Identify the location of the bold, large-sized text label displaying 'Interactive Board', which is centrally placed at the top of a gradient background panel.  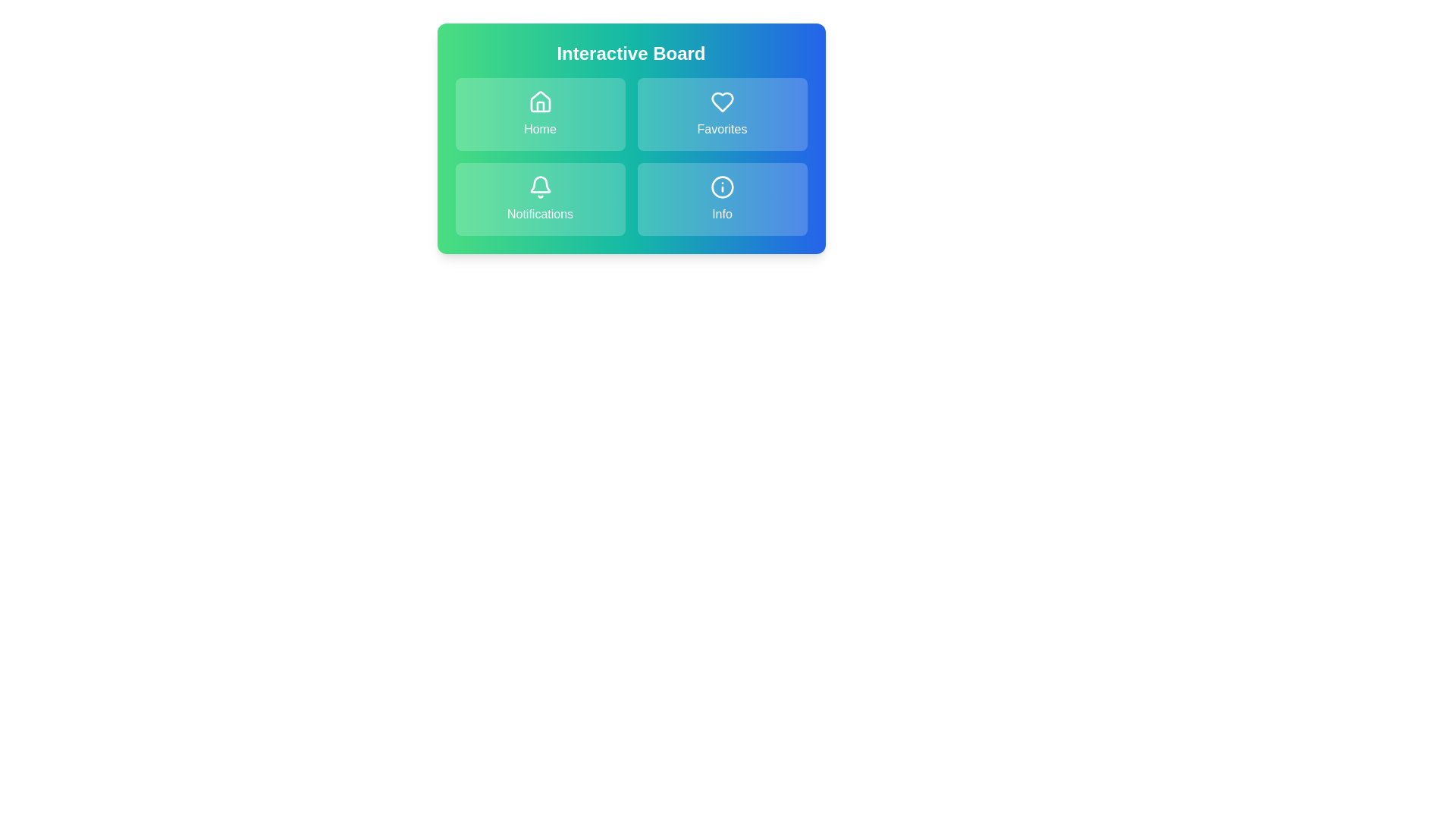
(631, 52).